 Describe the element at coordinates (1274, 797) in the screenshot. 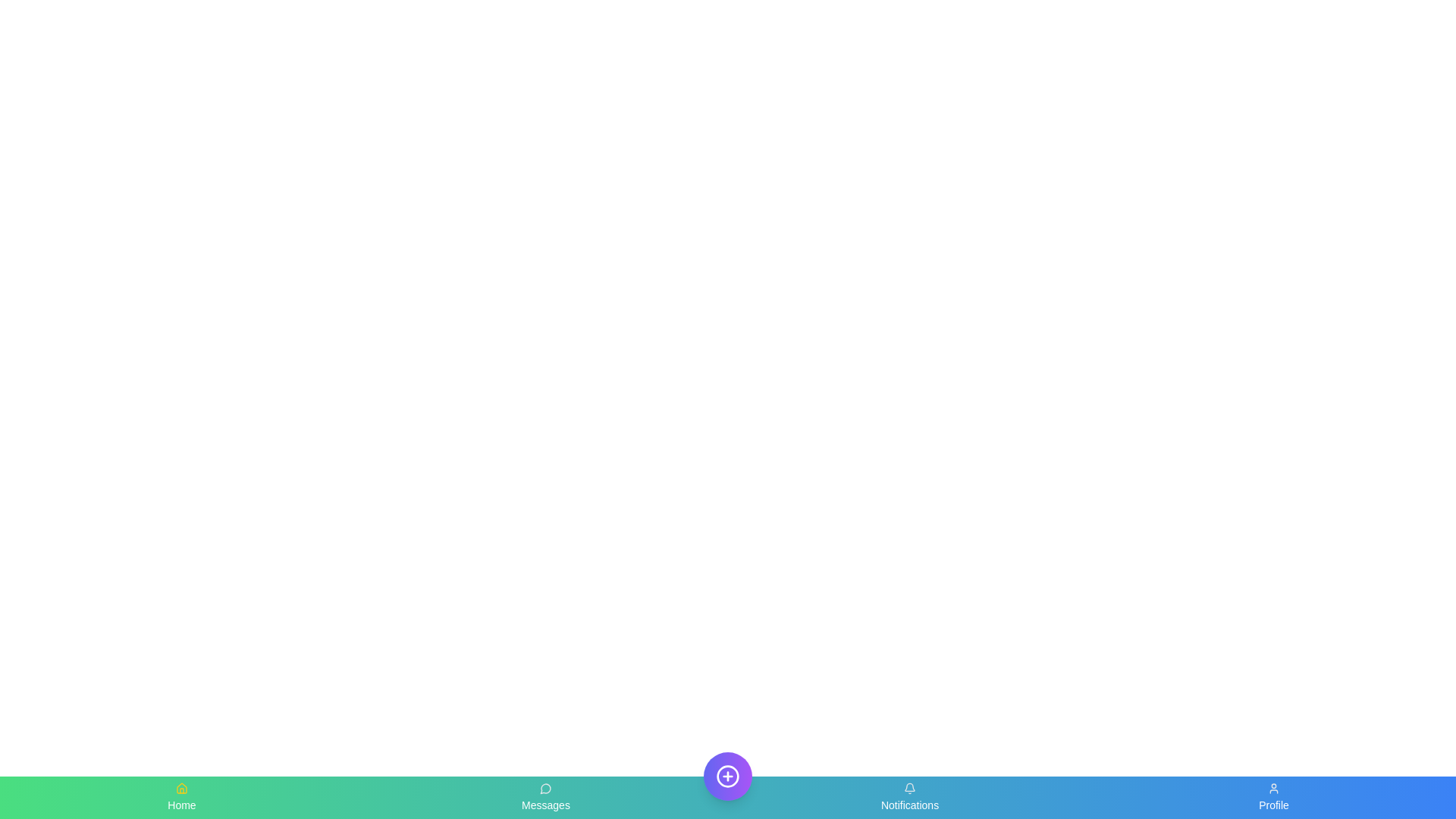

I see `the Profile tab in the bottom navigation bar` at that location.